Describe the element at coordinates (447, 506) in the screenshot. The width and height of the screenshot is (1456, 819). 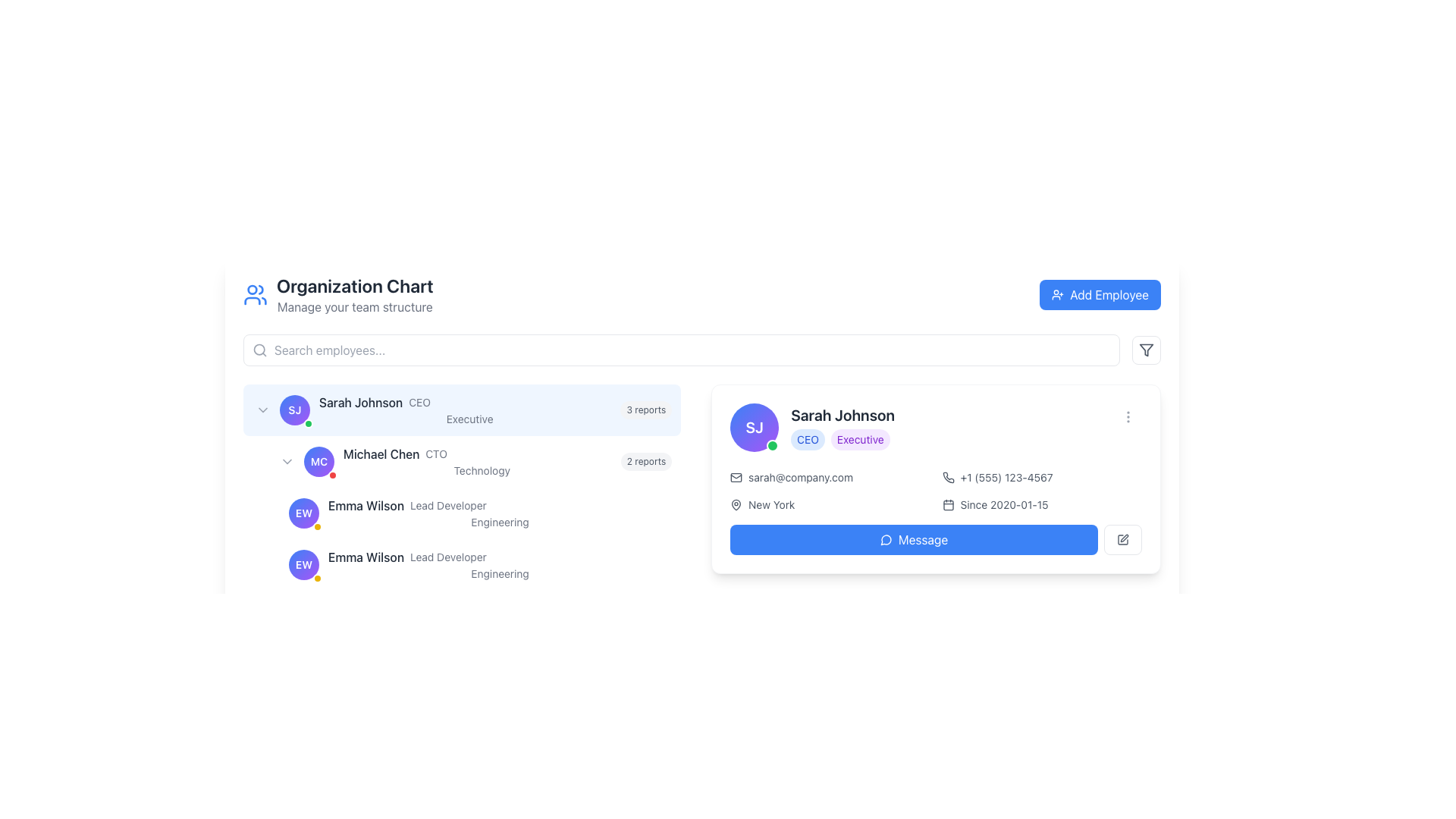
I see `text label 'Lead Developer' which is positioned adjacent to 'Emma Wilson' in gray color and small font` at that location.